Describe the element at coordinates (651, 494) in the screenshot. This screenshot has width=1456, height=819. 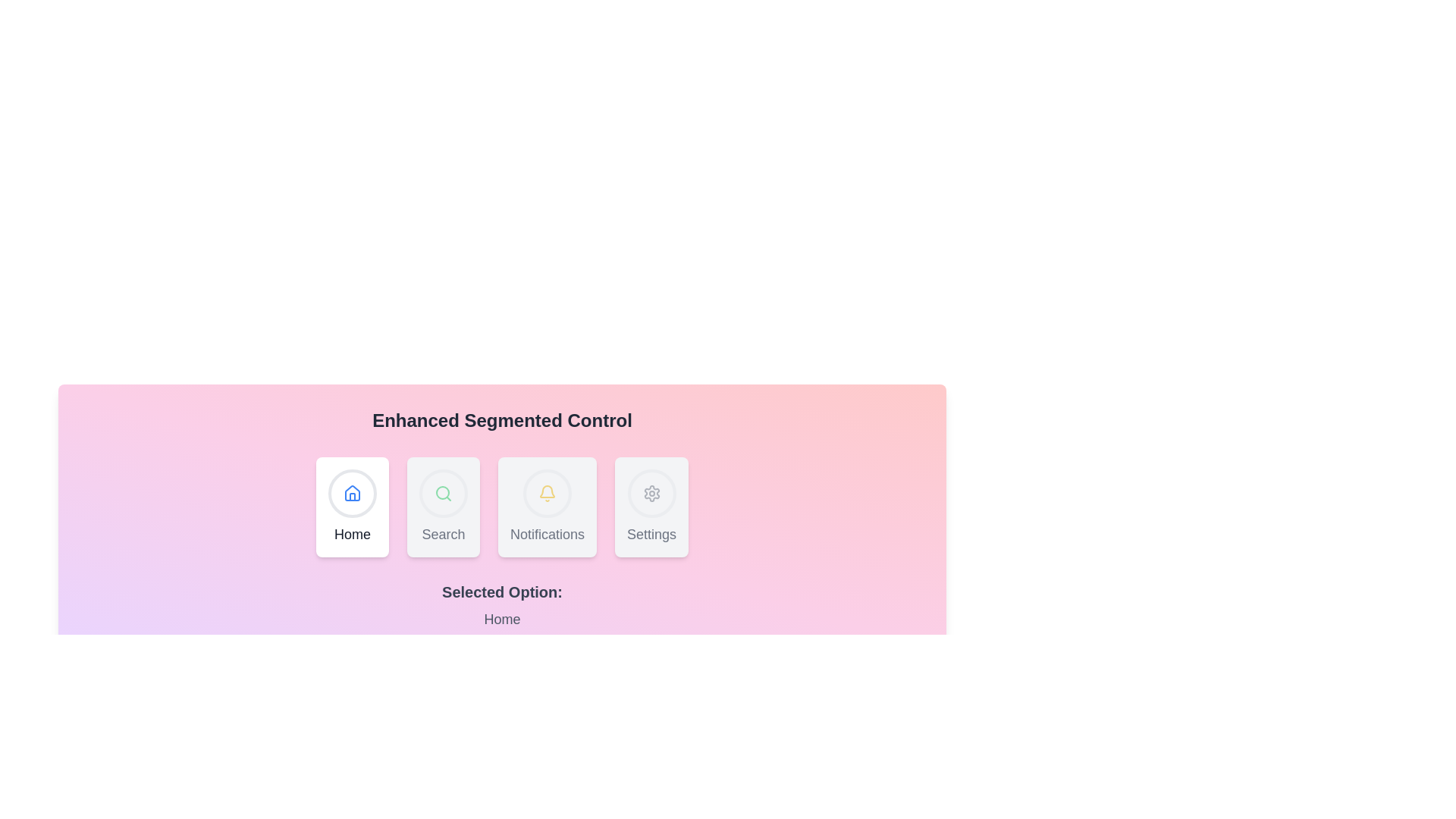
I see `the 'Settings' icon, which serves as a visual indicator for accessing configuration options` at that location.